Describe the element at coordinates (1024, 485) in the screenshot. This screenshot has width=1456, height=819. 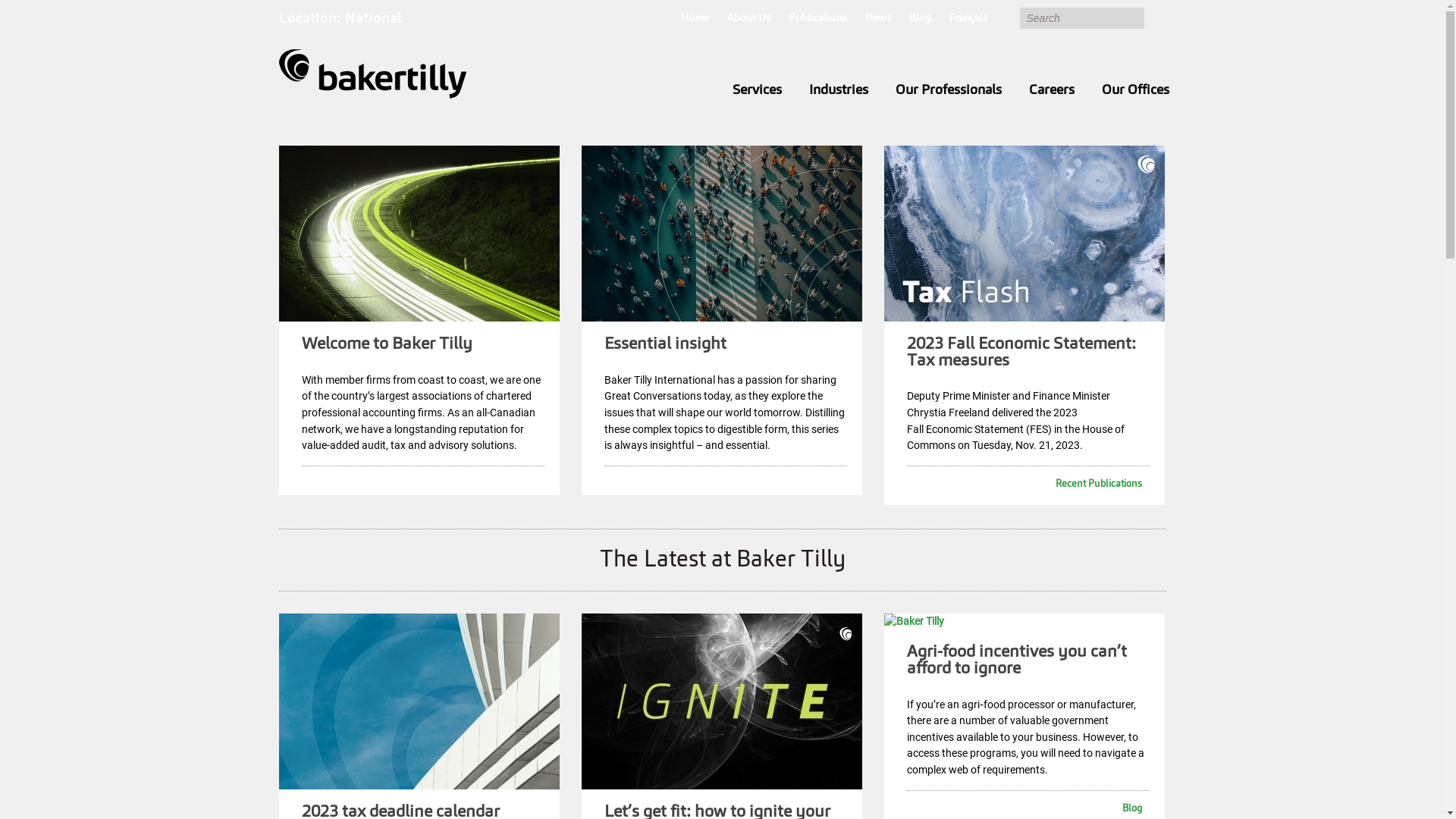
I see `'Recent Publications'` at that location.